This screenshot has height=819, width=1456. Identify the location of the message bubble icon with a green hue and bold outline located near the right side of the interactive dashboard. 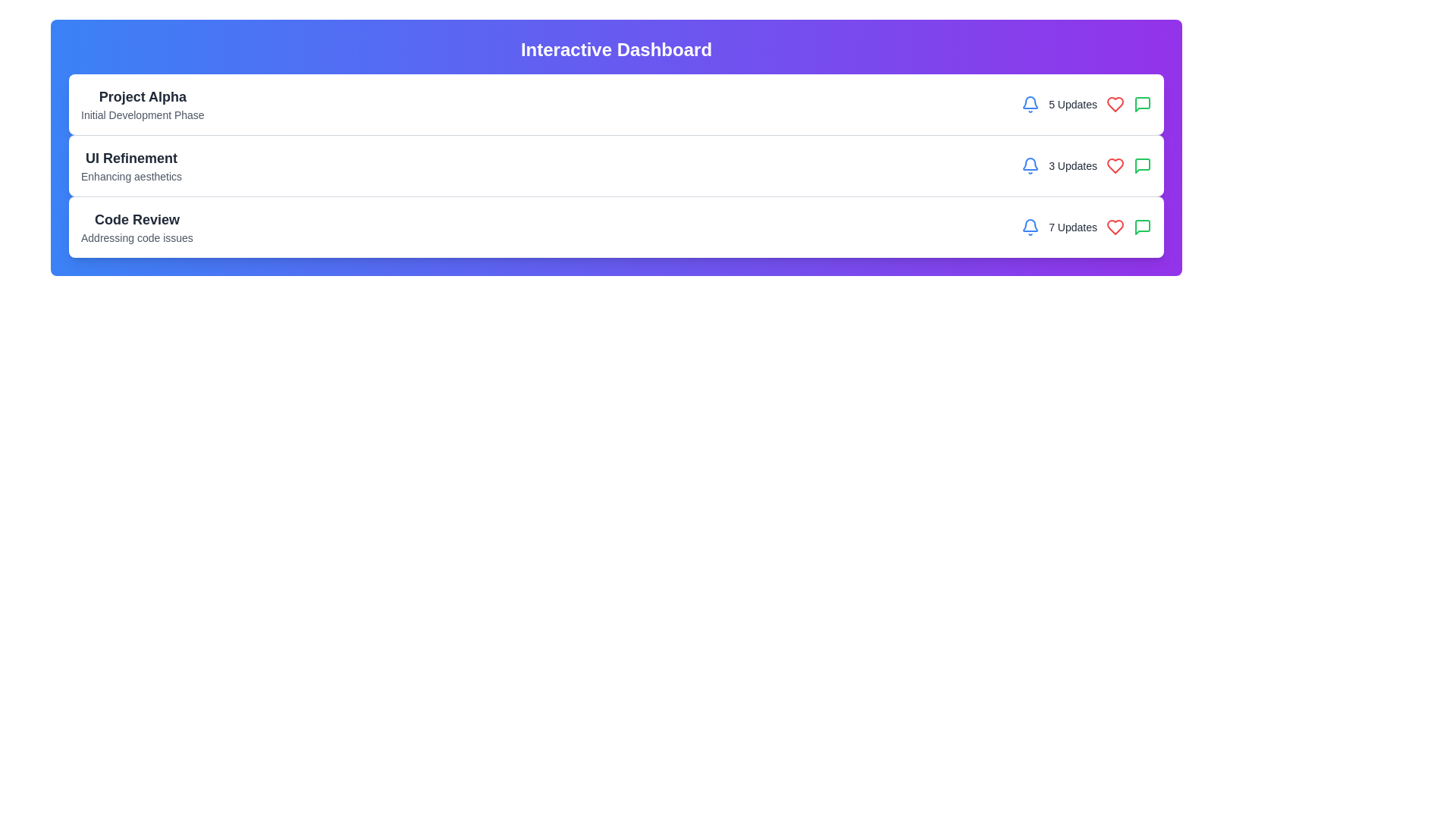
(1143, 104).